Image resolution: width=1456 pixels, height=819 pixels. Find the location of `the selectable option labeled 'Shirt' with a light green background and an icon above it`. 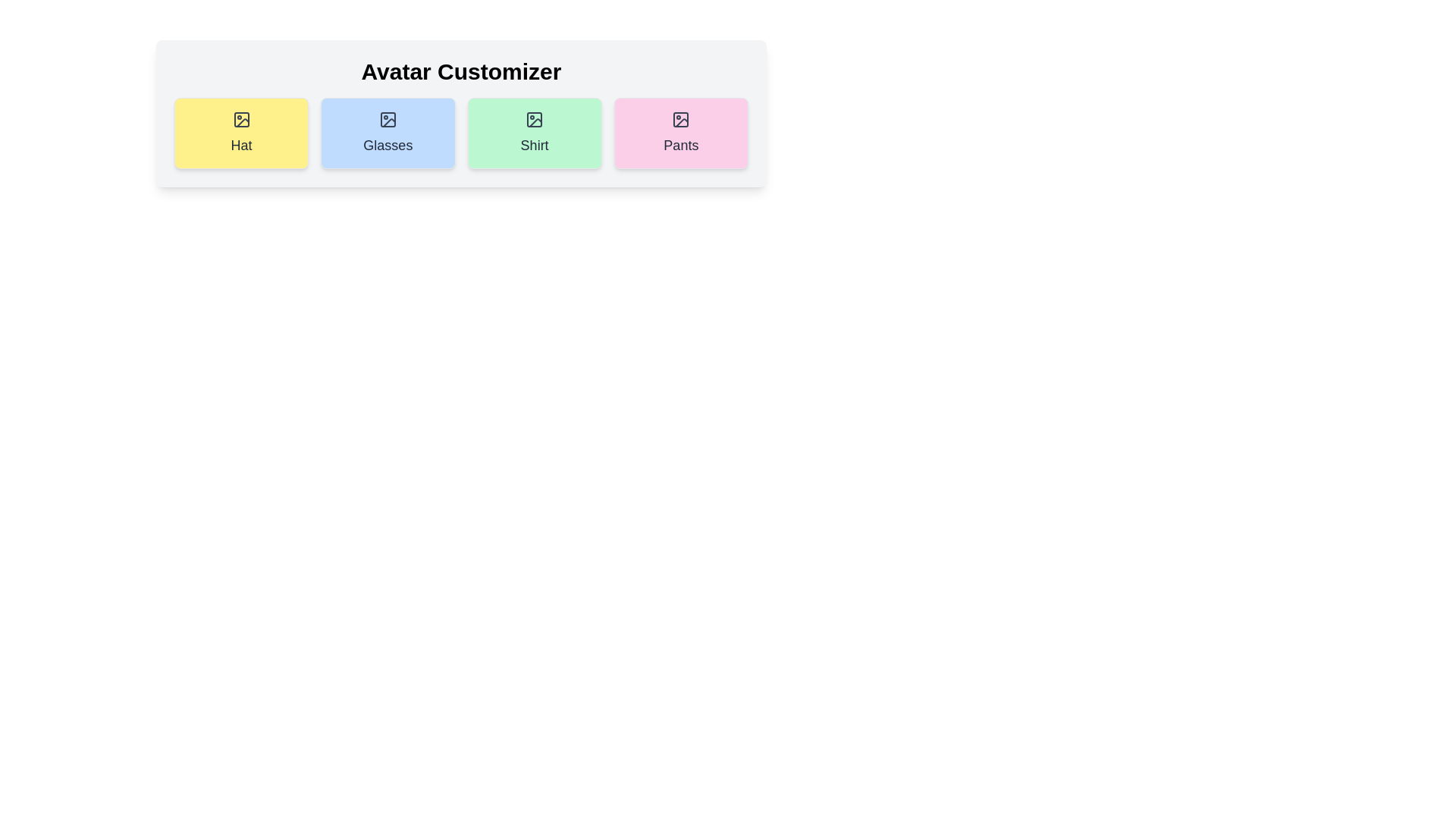

the selectable option labeled 'Shirt' with a light green background and an icon above it is located at coordinates (535, 133).